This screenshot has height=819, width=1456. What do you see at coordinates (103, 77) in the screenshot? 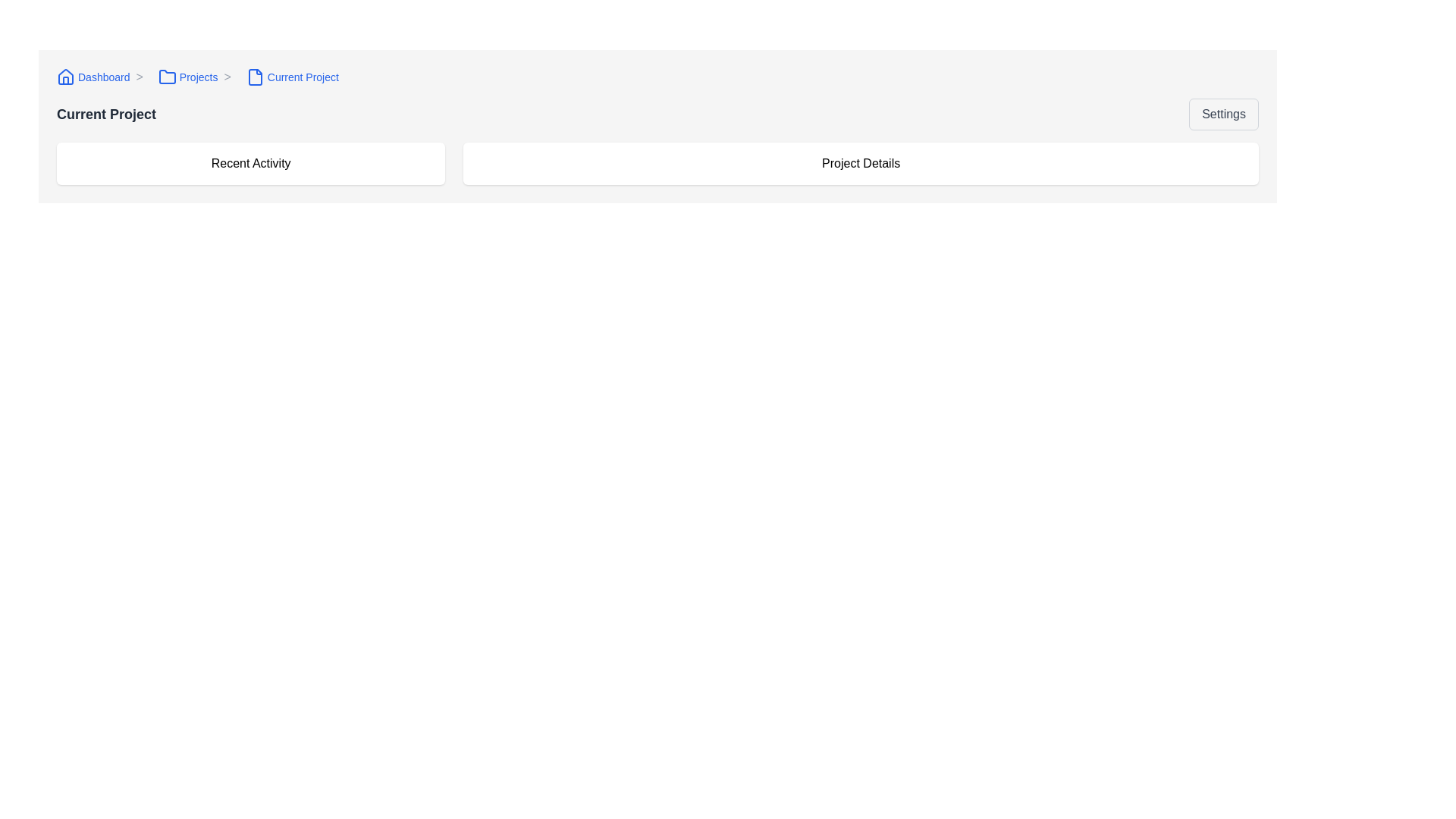
I see `text label displaying 'Dashboard' in the breadcrumb navigation bar, which is styled in blue and positioned between the home icon and the chevron icon` at bounding box center [103, 77].